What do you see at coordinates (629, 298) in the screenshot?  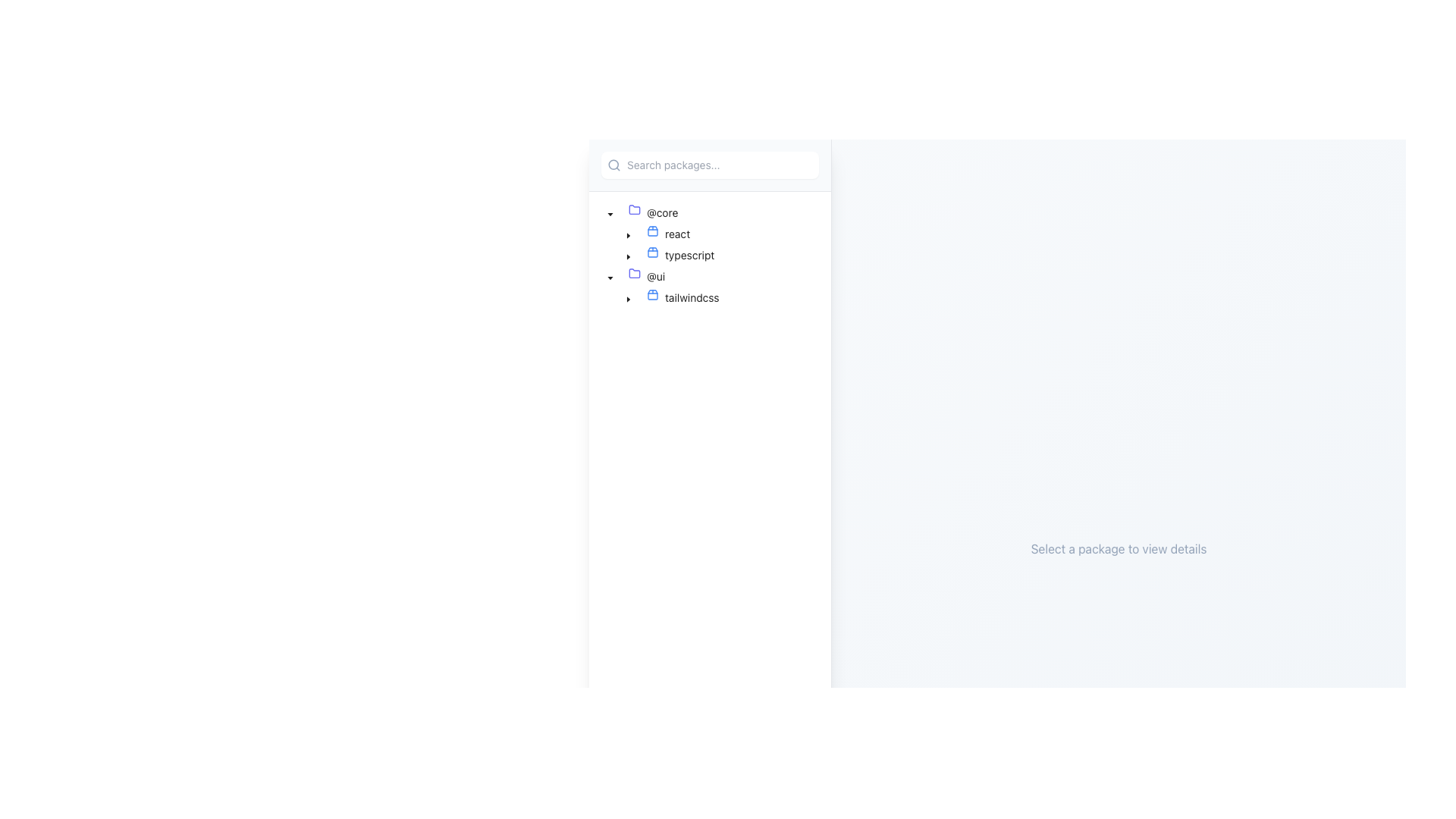 I see `the Tree switcher icon next to the 'tailwindcss' label under the '@ui' folder` at bounding box center [629, 298].